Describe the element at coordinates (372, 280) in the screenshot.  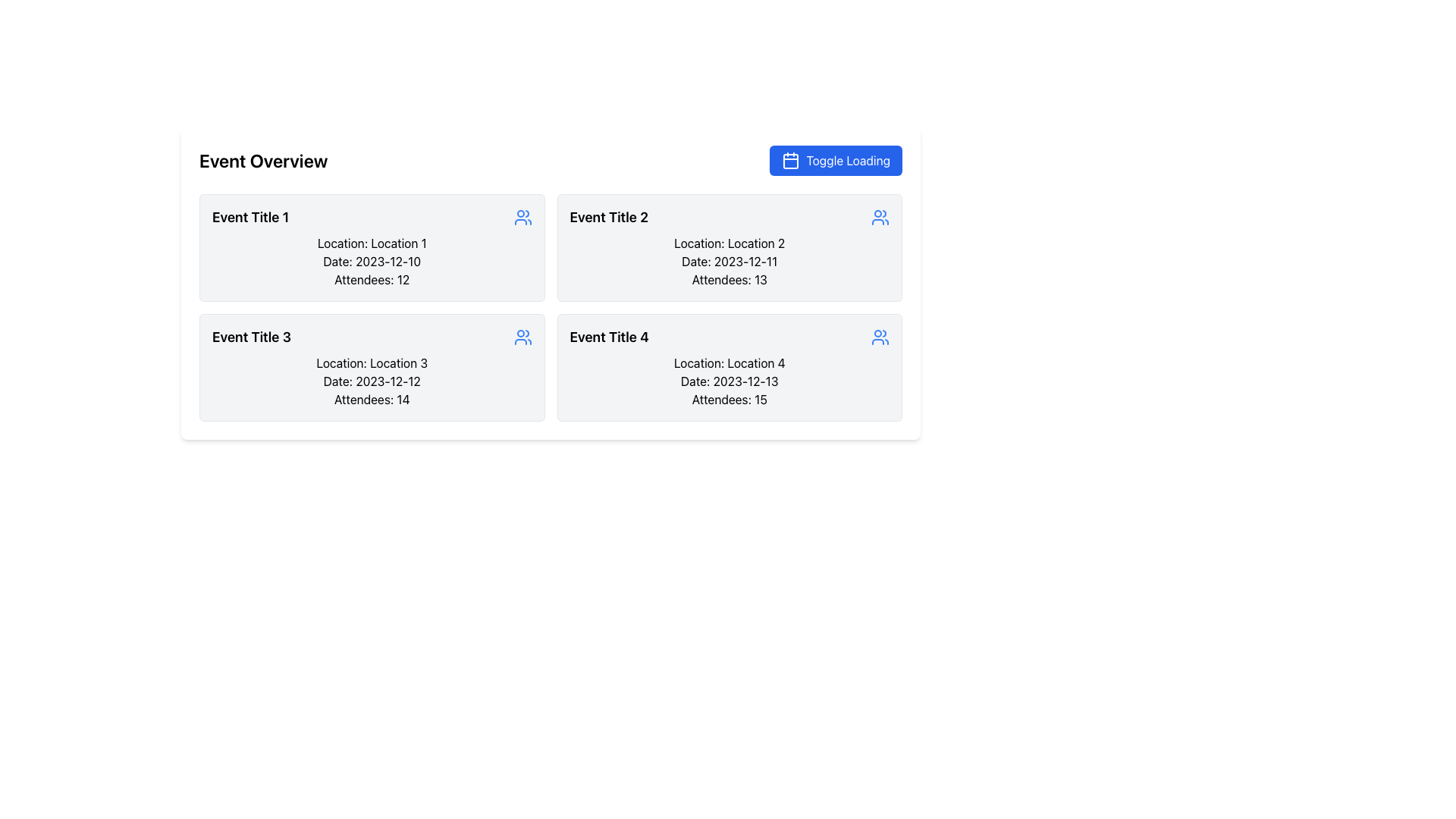
I see `number of attendees from the informational text label located in the first event card at the top-left corner of the event grid layout, specifically the fourth line below the 'Date: 2023-12-10'` at that location.